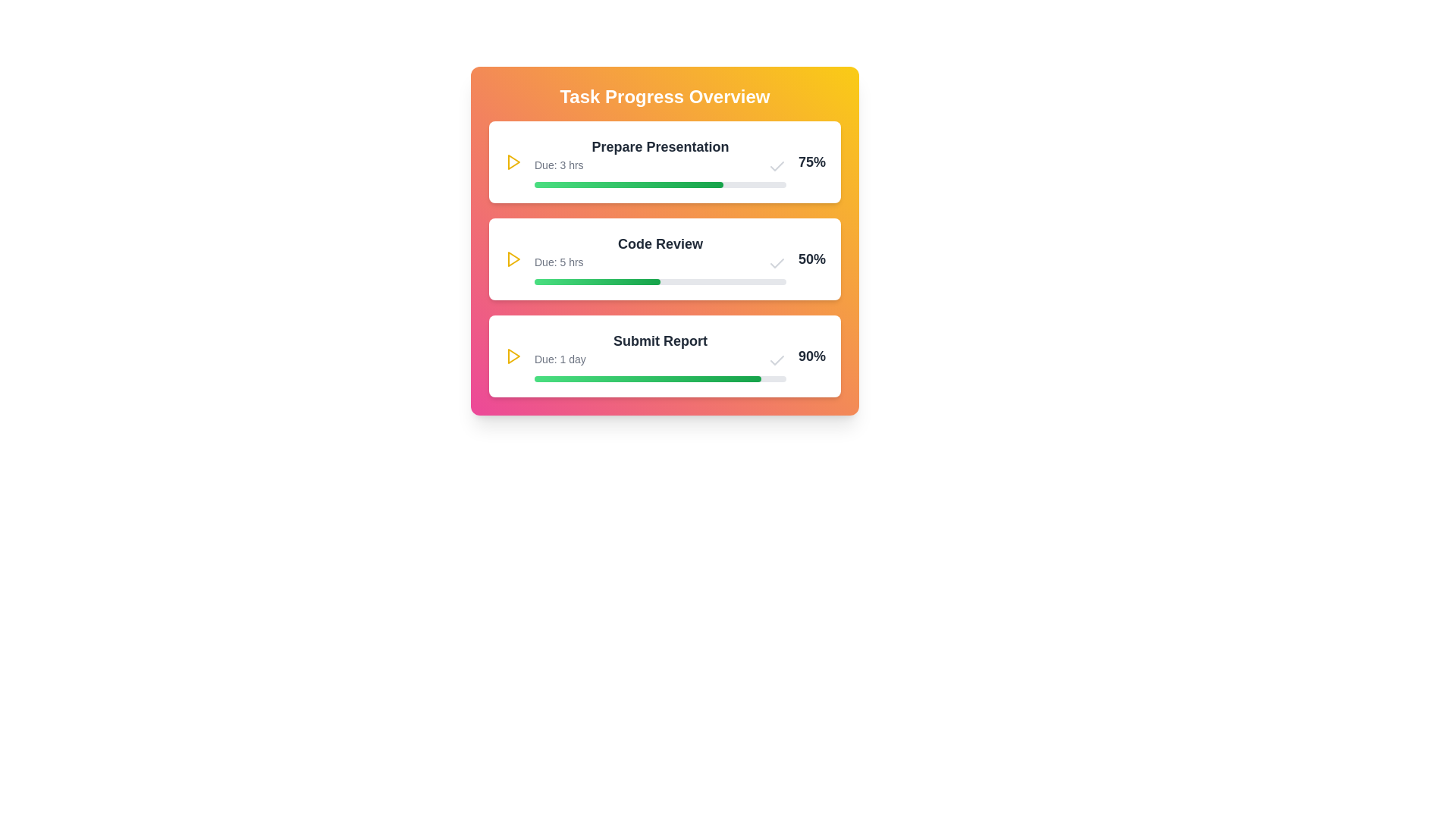 The height and width of the screenshot is (819, 1456). I want to click on the icon located to the left of the 'Prepare Presentation' text, so click(513, 162).